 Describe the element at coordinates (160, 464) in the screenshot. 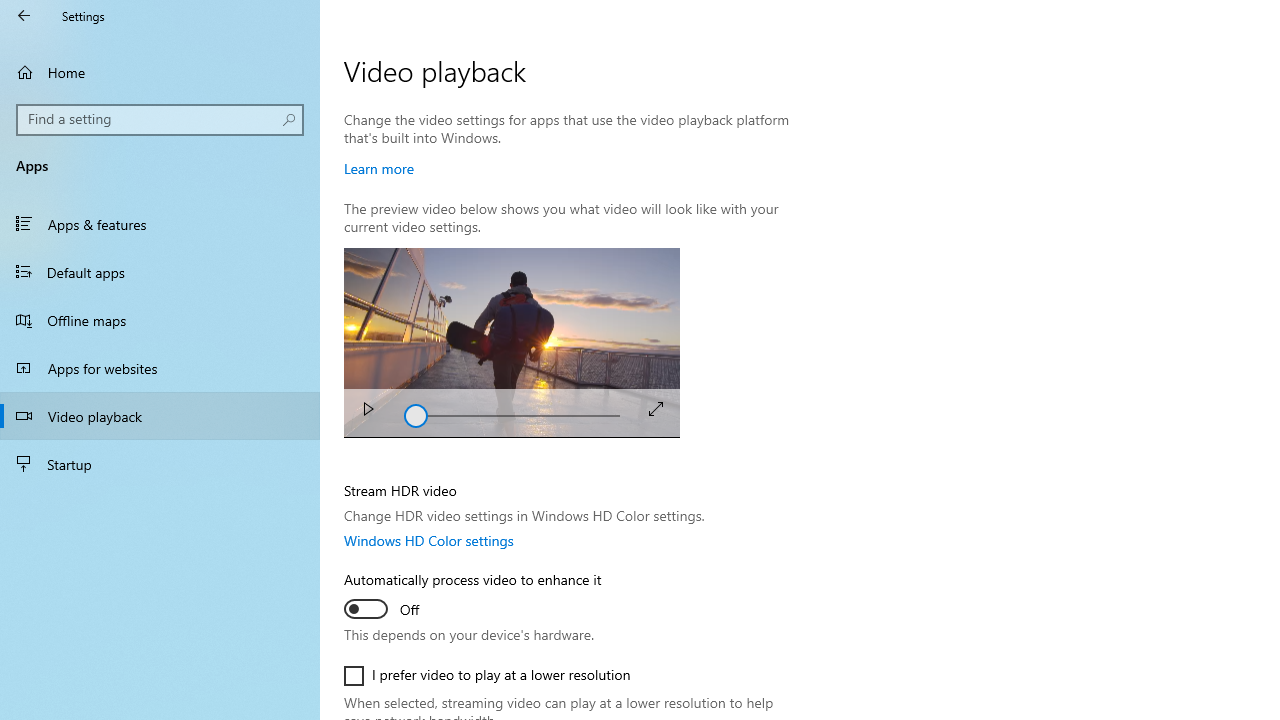

I see `'Startup'` at that location.